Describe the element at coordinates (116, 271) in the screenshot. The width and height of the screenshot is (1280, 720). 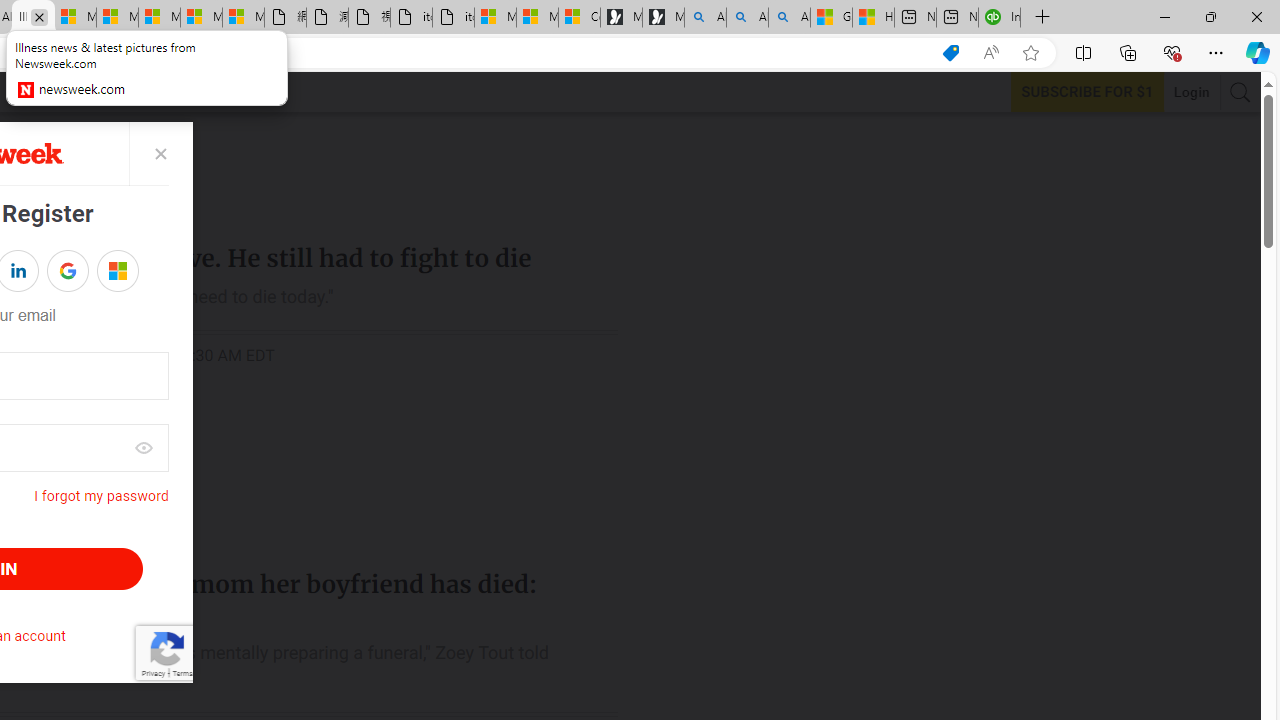
I see `'Sign in as Eugene EugeneLedger601@outlook.com'` at that location.